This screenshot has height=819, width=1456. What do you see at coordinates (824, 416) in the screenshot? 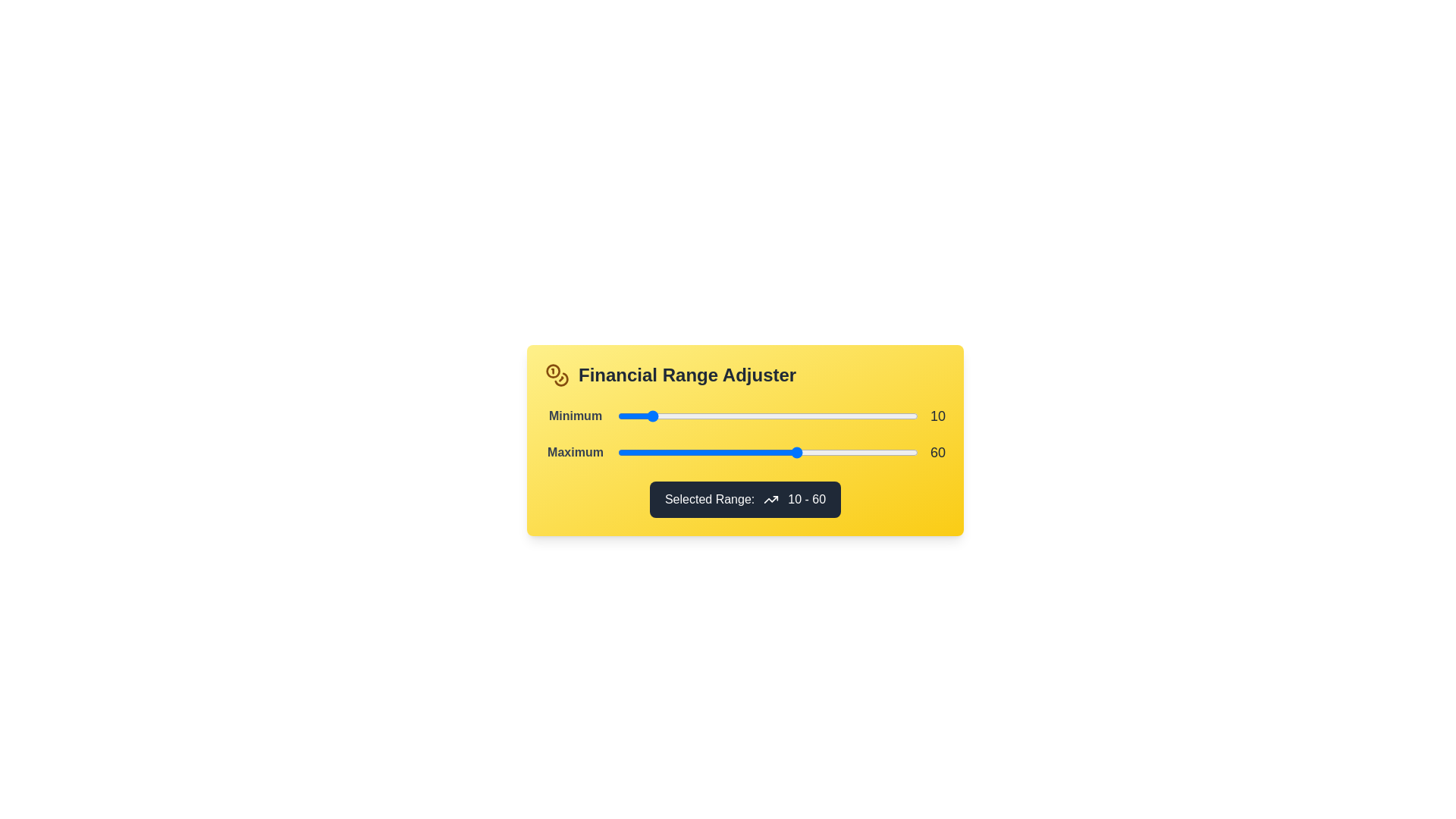
I see `the 'Minimum' slider to 69 within its range` at bounding box center [824, 416].